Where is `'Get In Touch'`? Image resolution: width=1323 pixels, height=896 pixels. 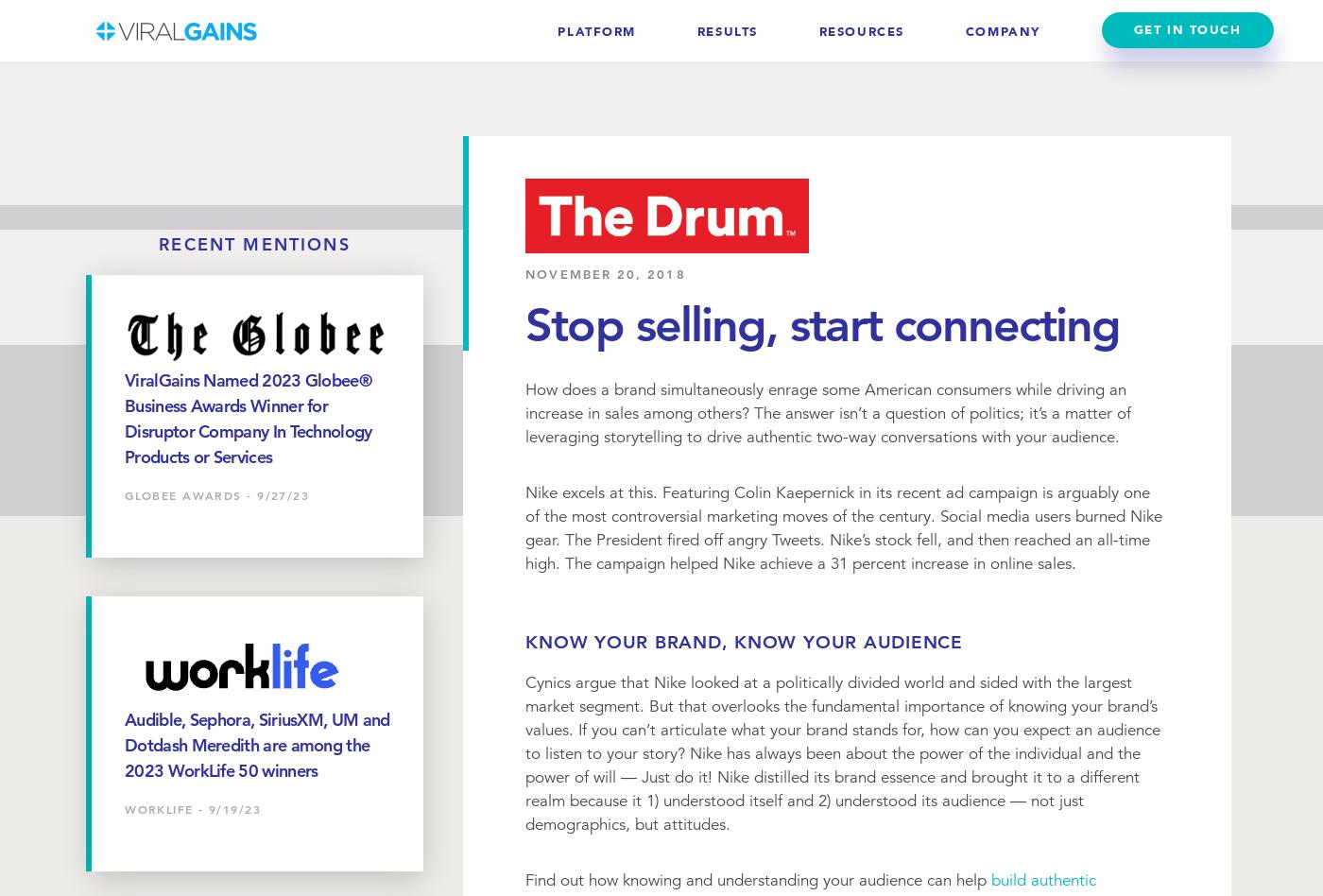
'Get In Touch' is located at coordinates (1186, 28).